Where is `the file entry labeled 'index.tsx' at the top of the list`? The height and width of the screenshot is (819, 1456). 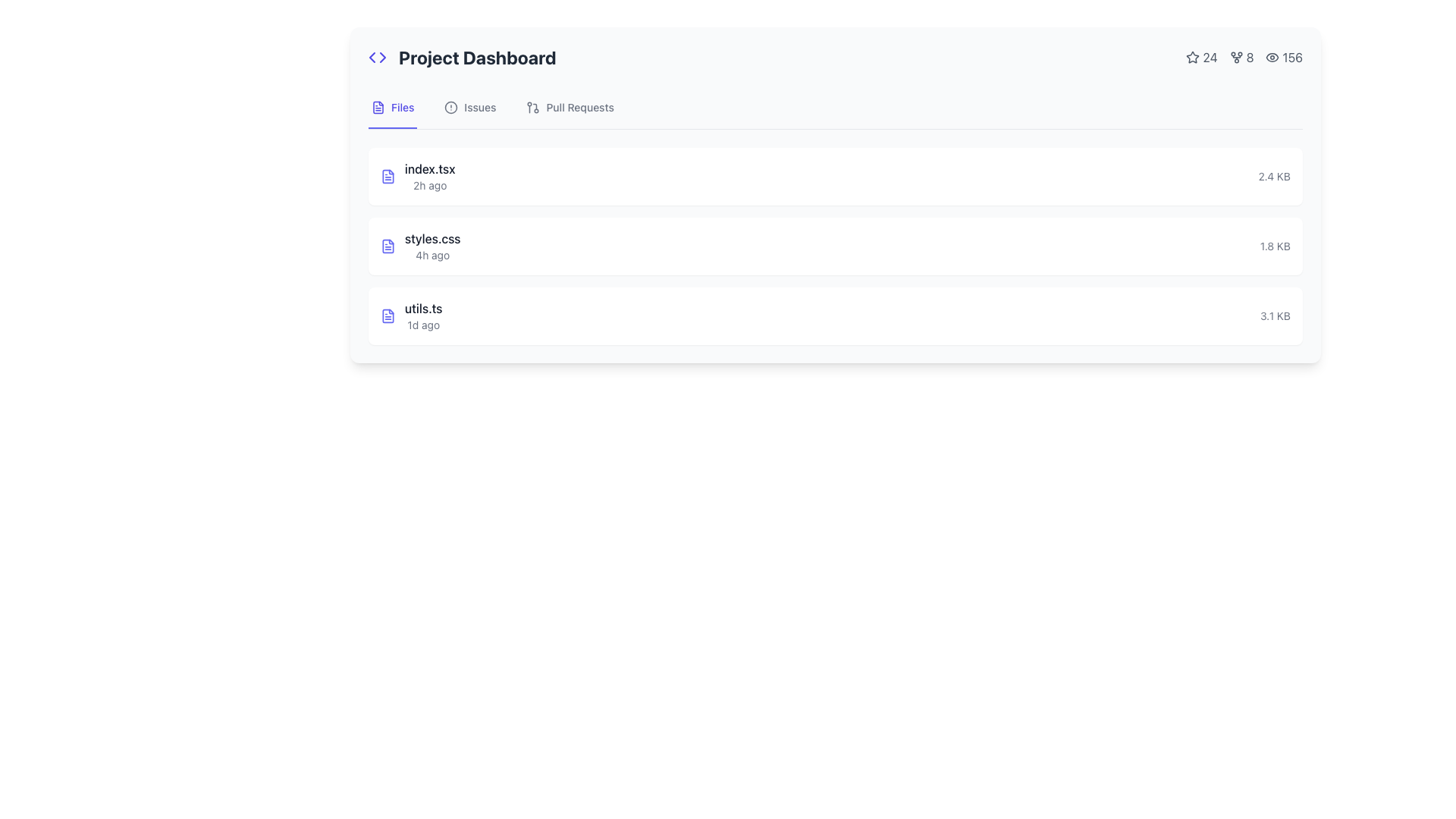 the file entry labeled 'index.tsx' at the top of the list is located at coordinates (835, 175).